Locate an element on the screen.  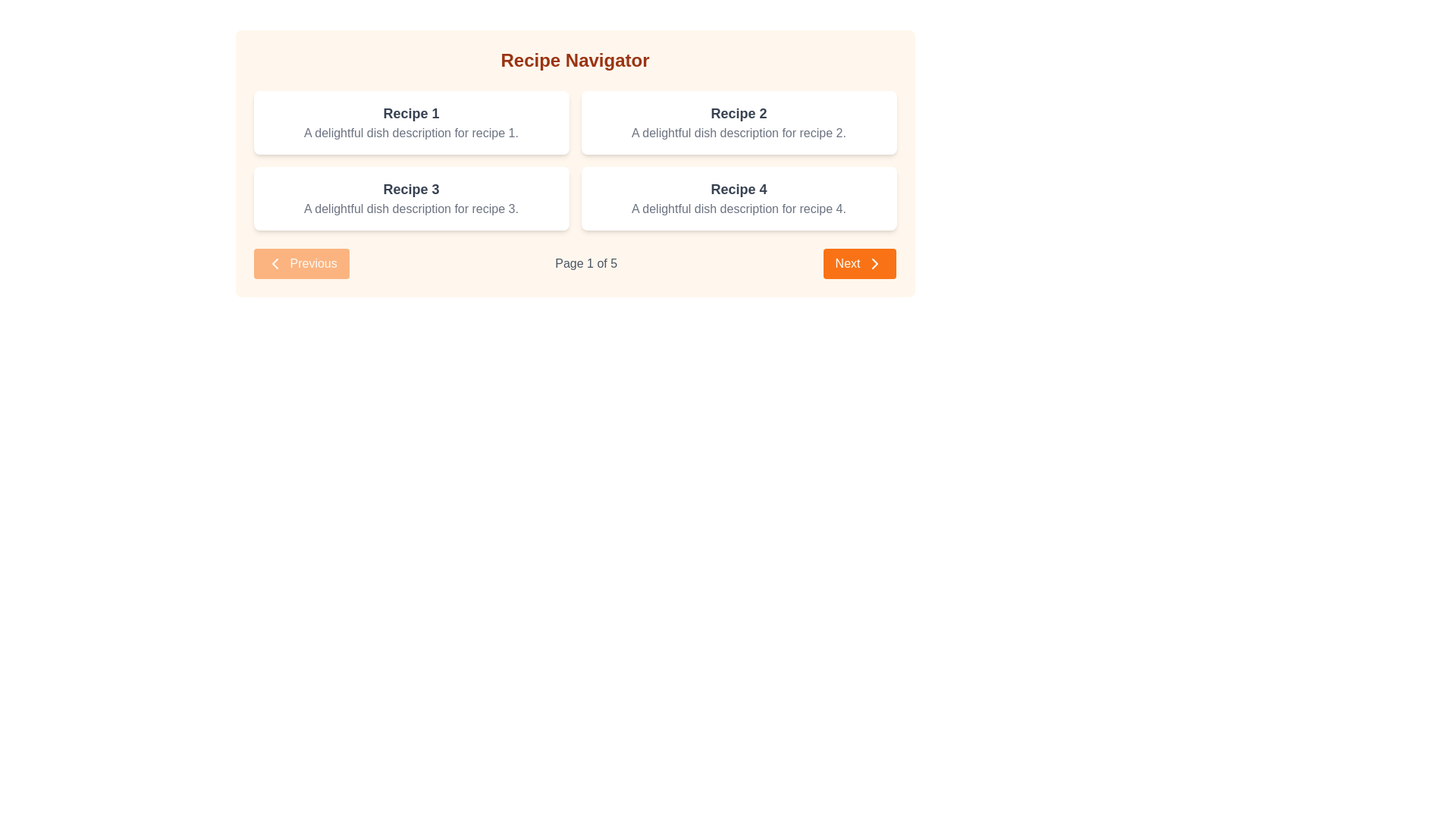
the rightmost button in the navigation bar below the recipe cards is located at coordinates (859, 262).